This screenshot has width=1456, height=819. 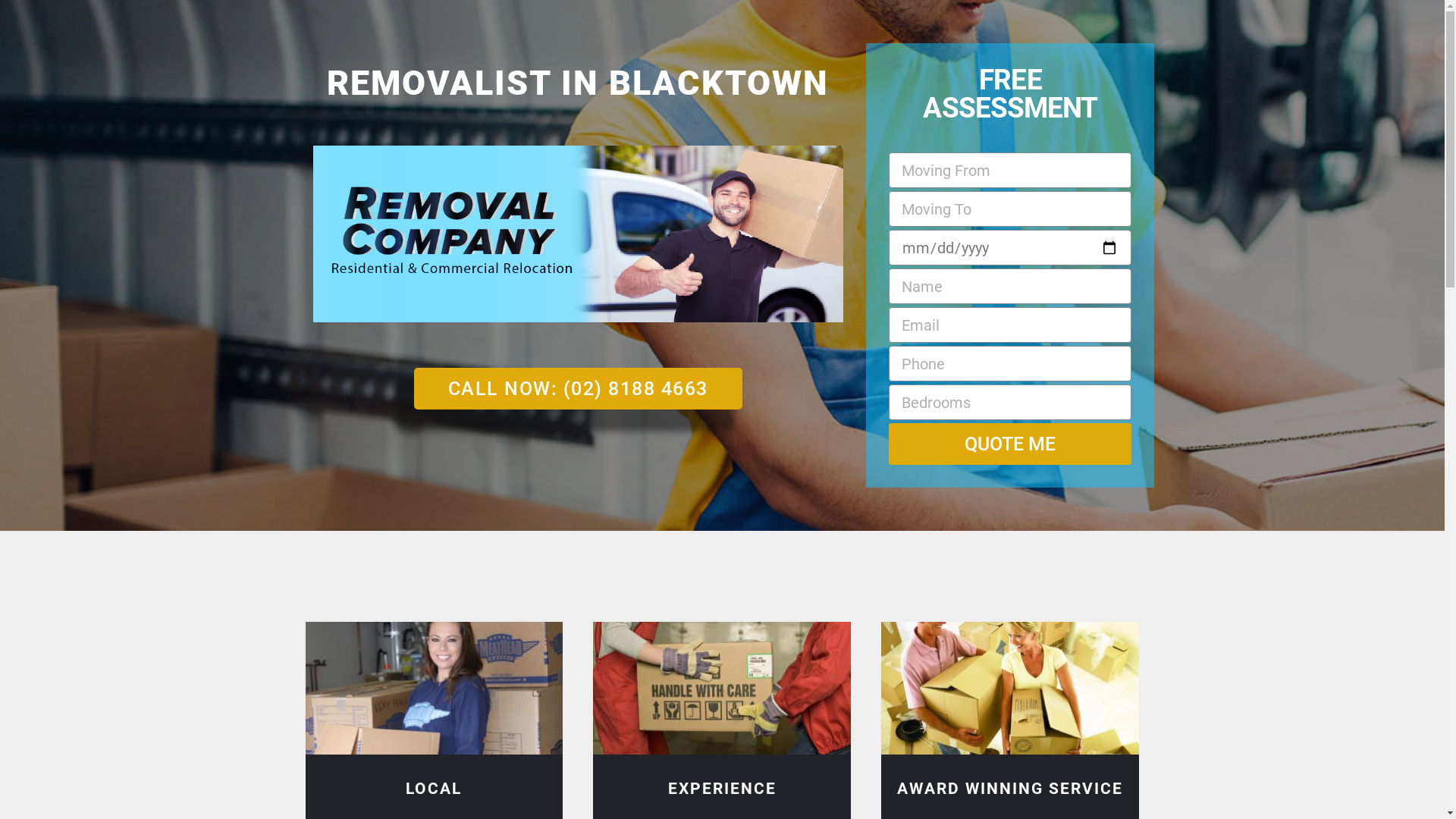 What do you see at coordinates (1010, 444) in the screenshot?
I see `'QUOTE ME'` at bounding box center [1010, 444].